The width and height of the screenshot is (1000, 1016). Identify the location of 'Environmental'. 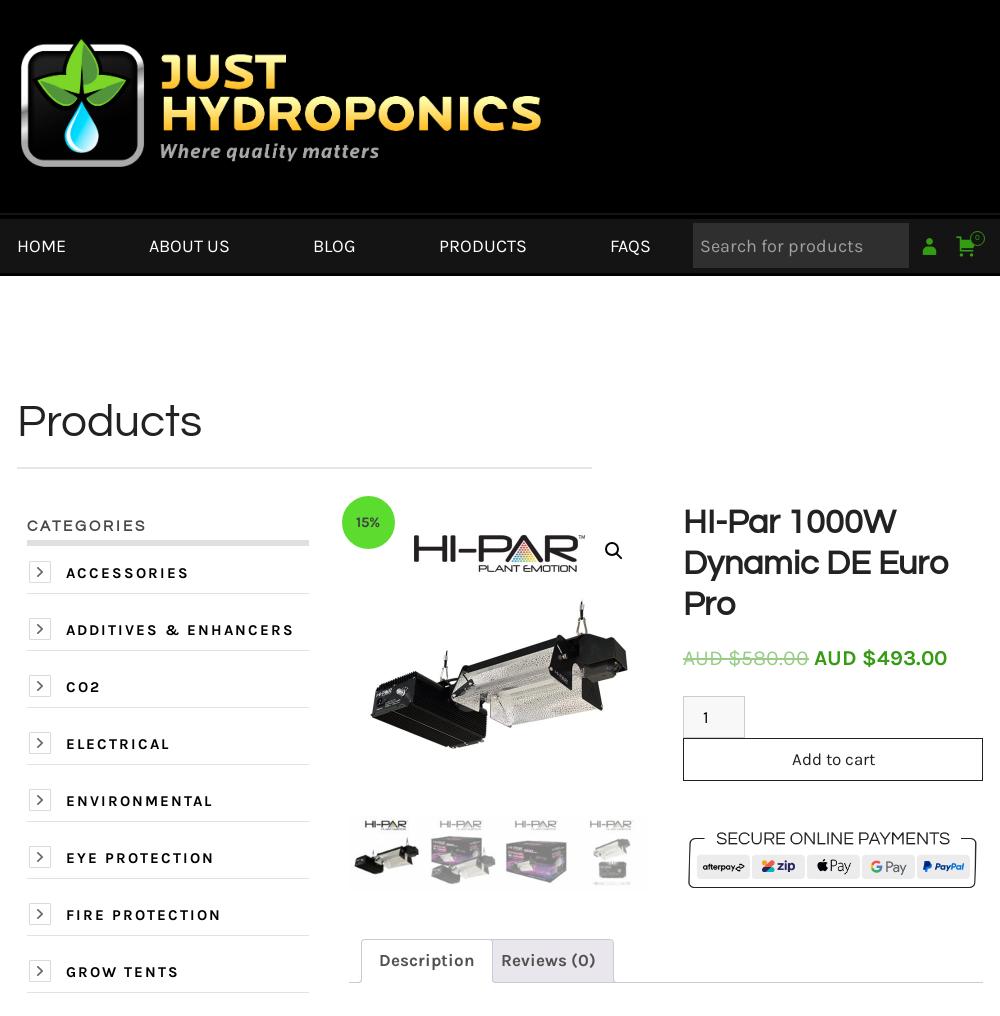
(139, 800).